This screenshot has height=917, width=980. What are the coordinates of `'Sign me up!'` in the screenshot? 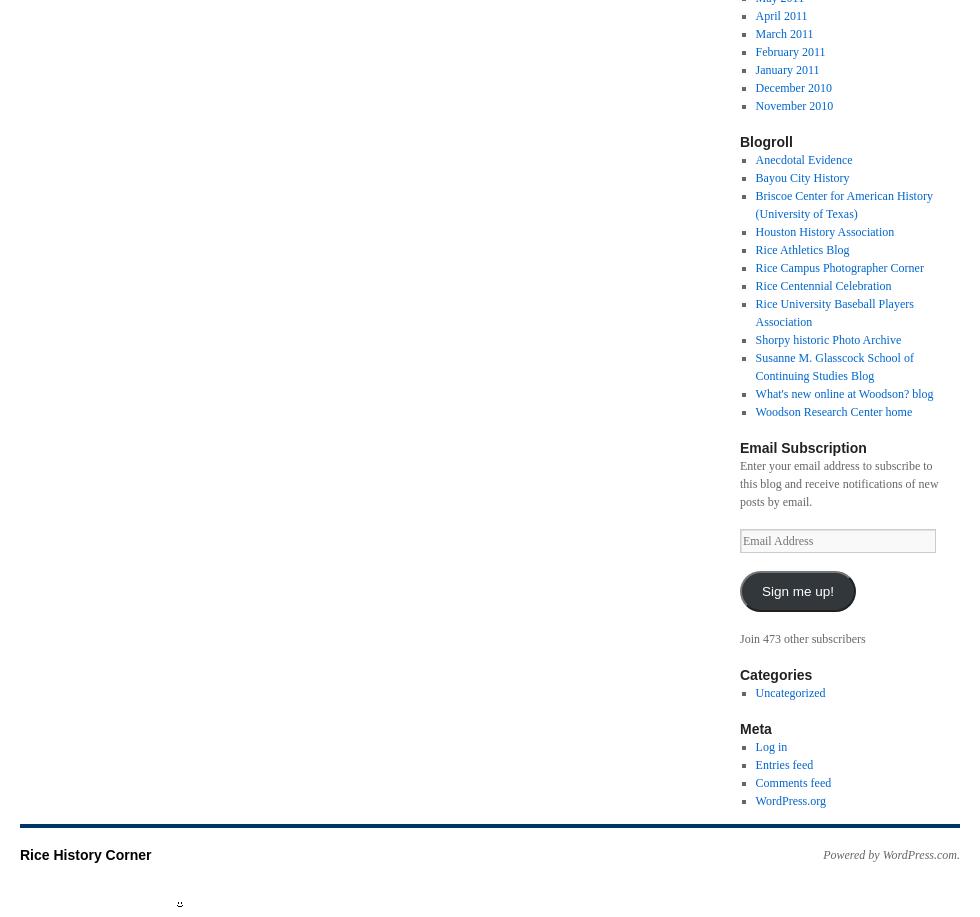 It's located at (797, 590).